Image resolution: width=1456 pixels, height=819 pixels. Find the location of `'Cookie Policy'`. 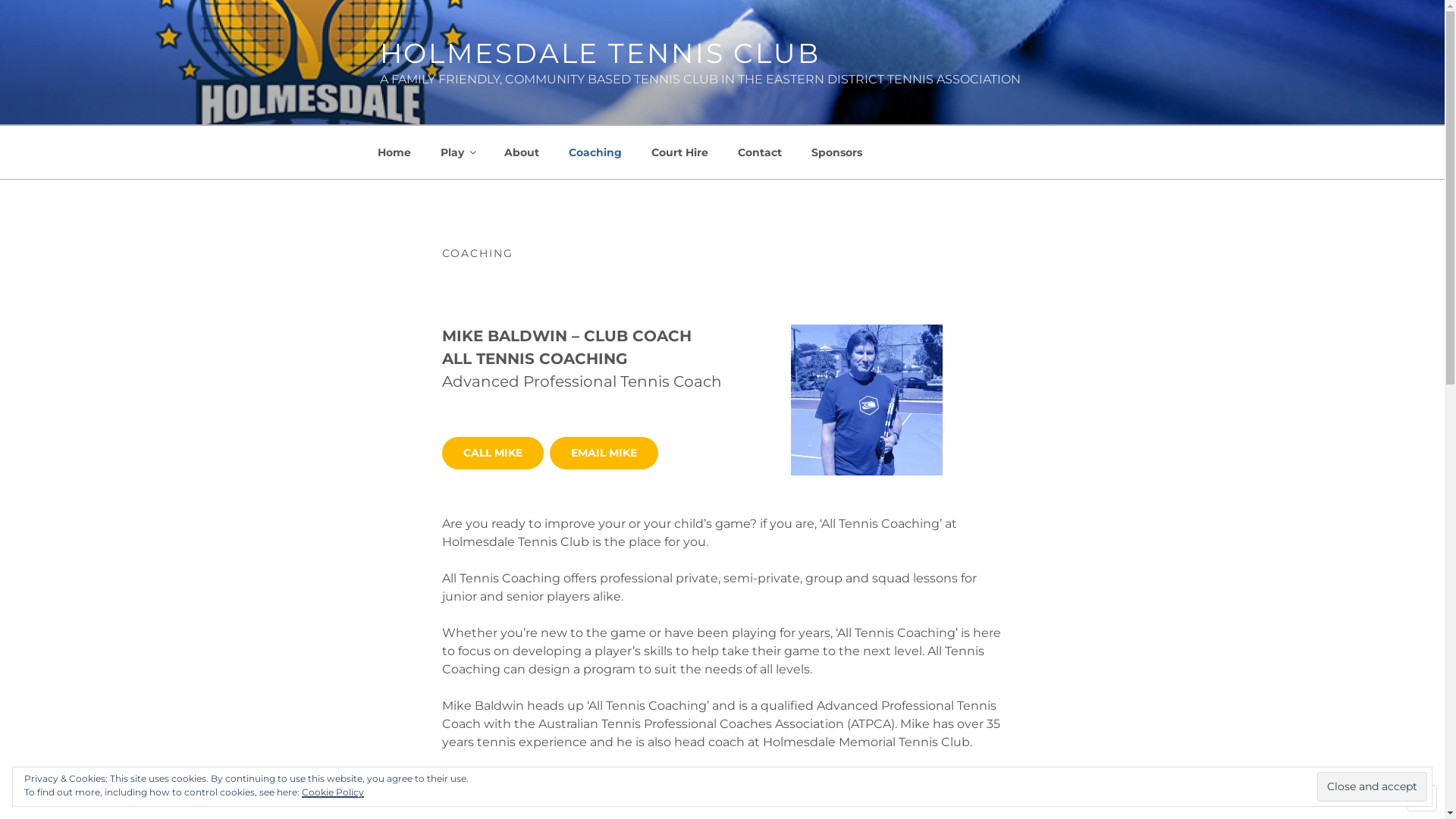

'Cookie Policy' is located at coordinates (331, 791).